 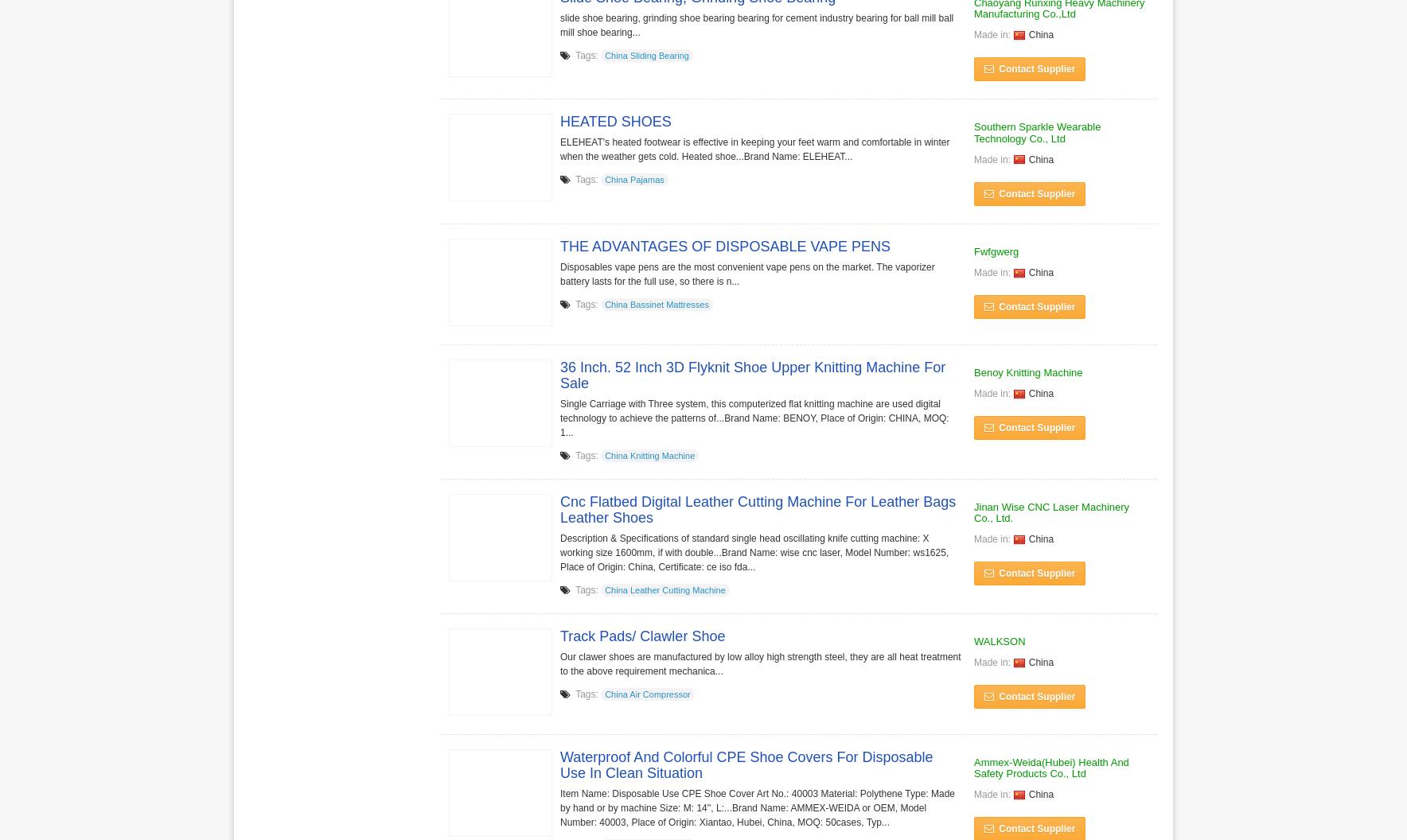 I want to click on 'China Knitting Machine', so click(x=649, y=455).